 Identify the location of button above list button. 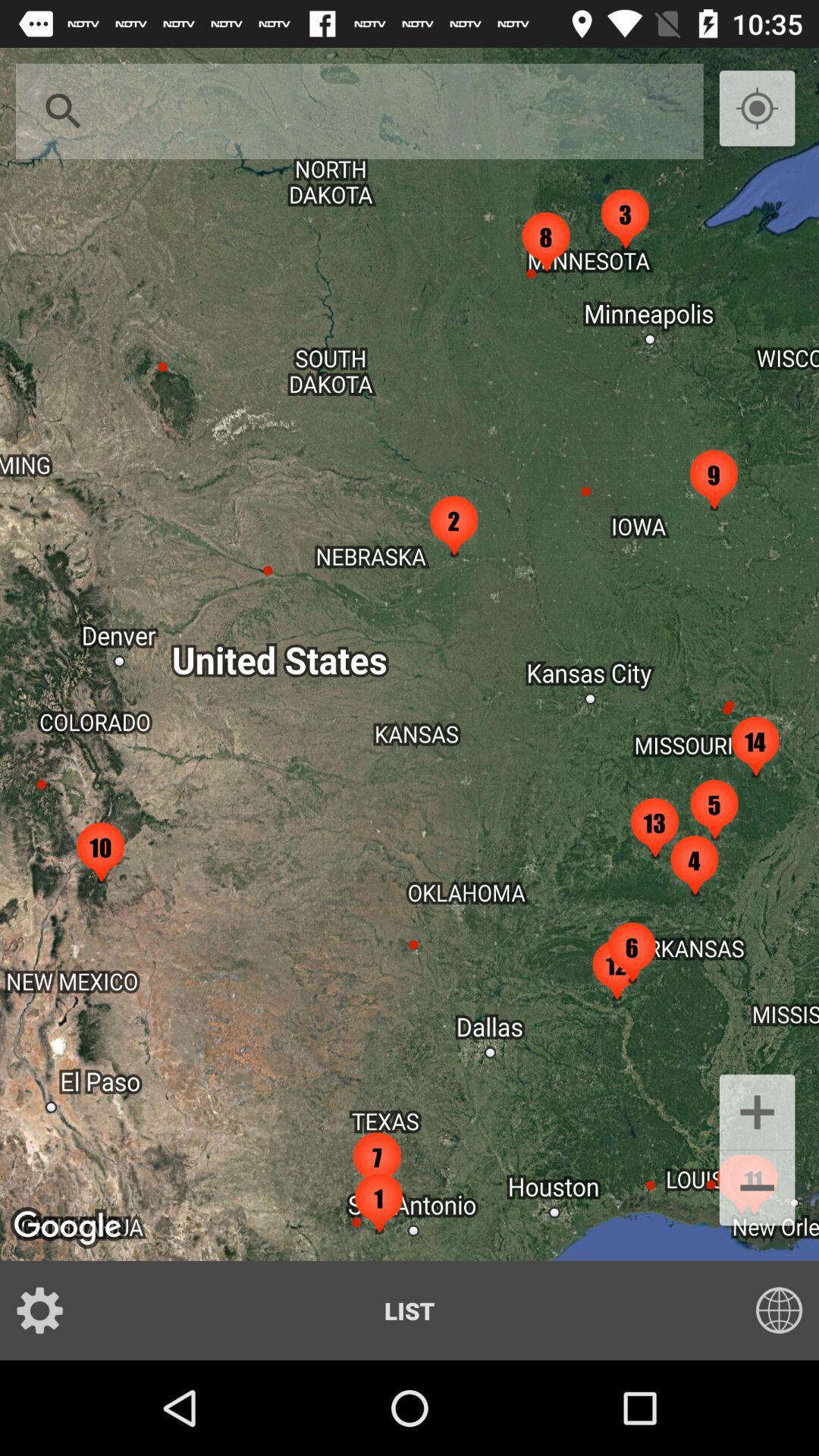
(757, 1189).